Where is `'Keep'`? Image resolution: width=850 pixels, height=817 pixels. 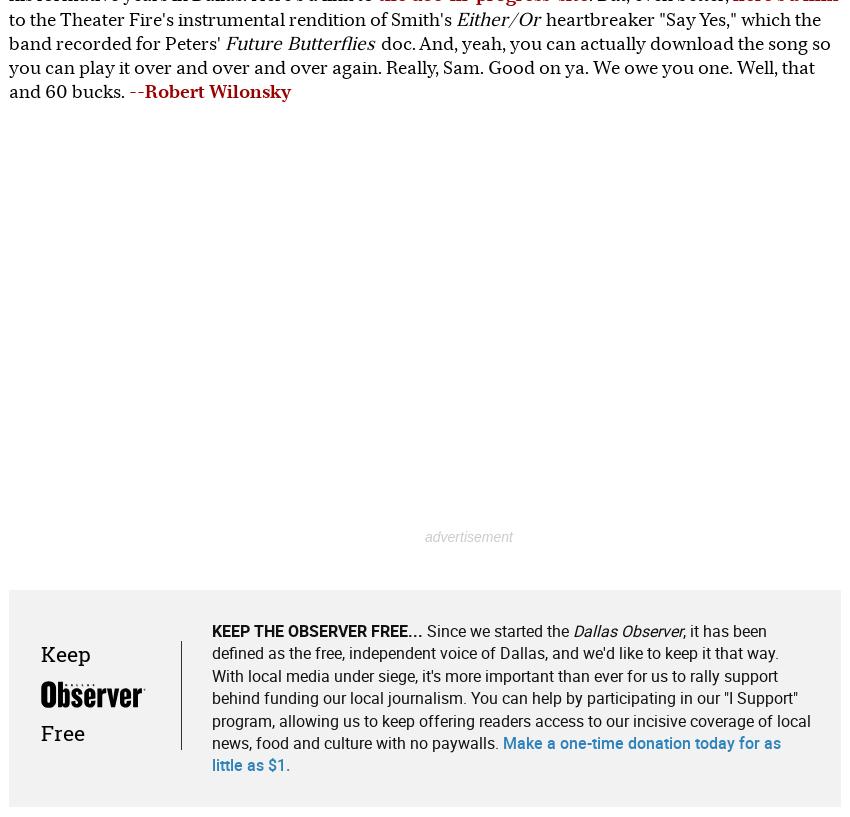 'Keep' is located at coordinates (39, 653).